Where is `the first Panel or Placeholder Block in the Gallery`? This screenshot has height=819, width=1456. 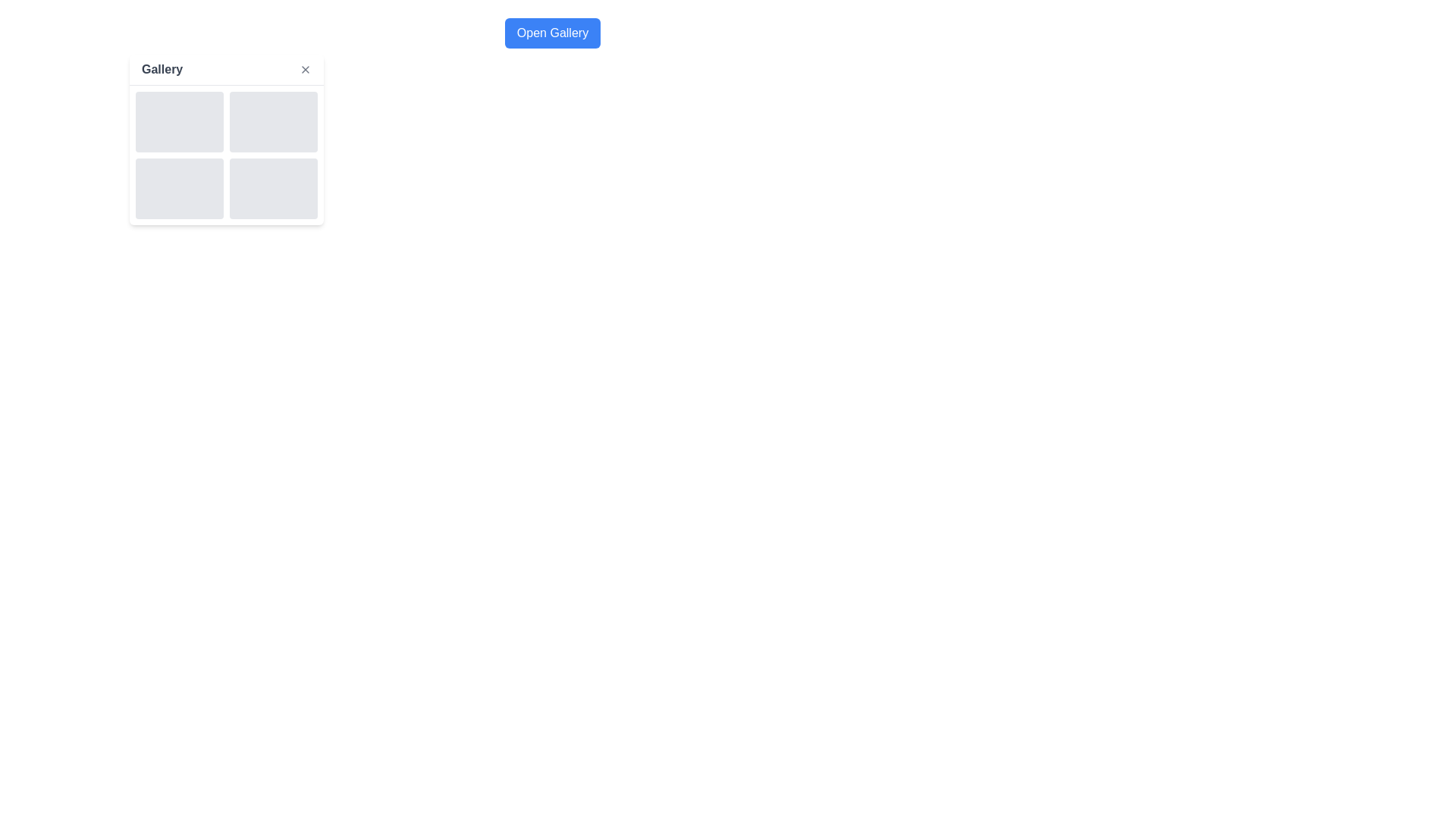
the first Panel or Placeholder Block in the Gallery is located at coordinates (179, 121).